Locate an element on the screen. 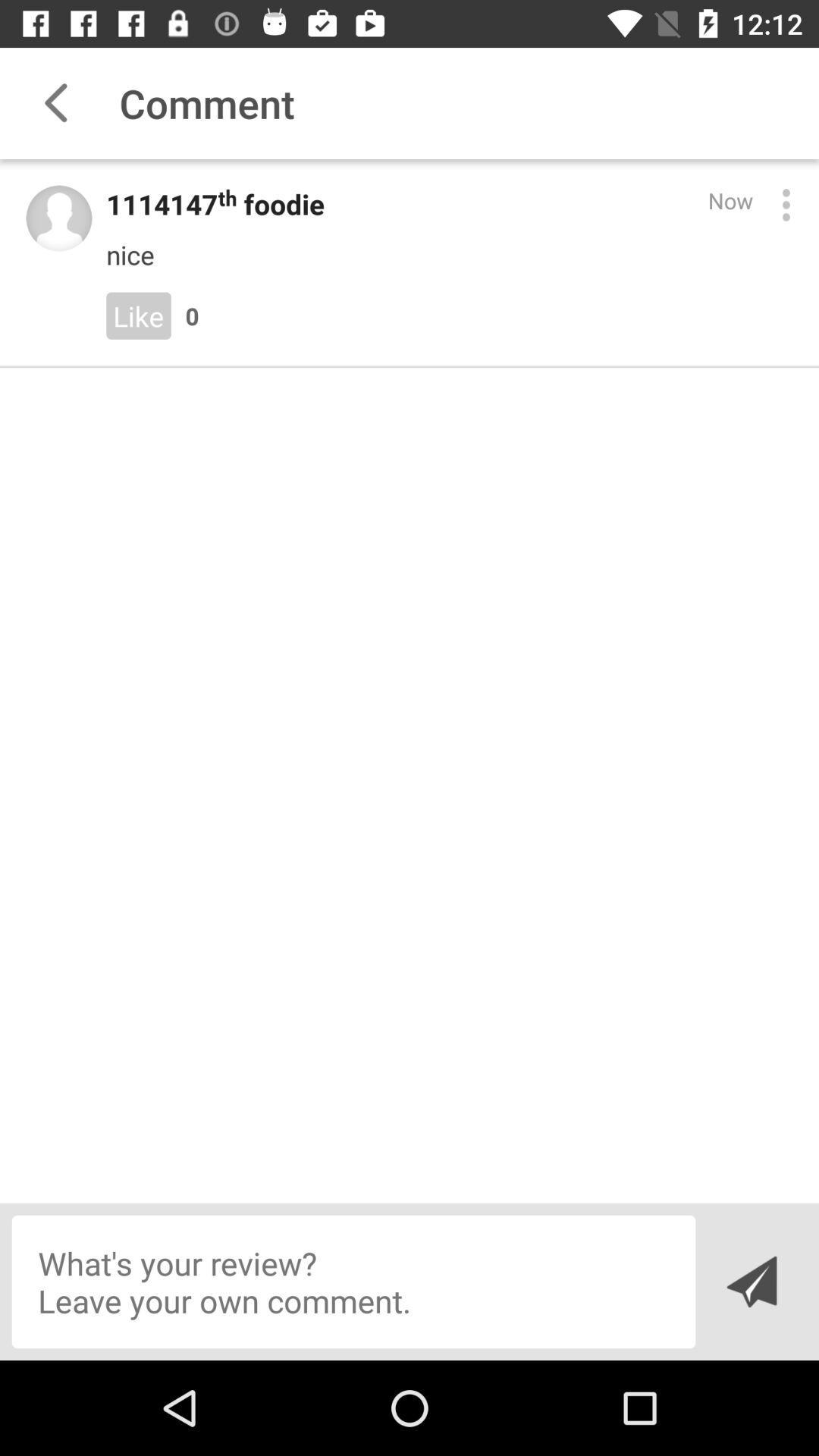  options is located at coordinates (785, 203).